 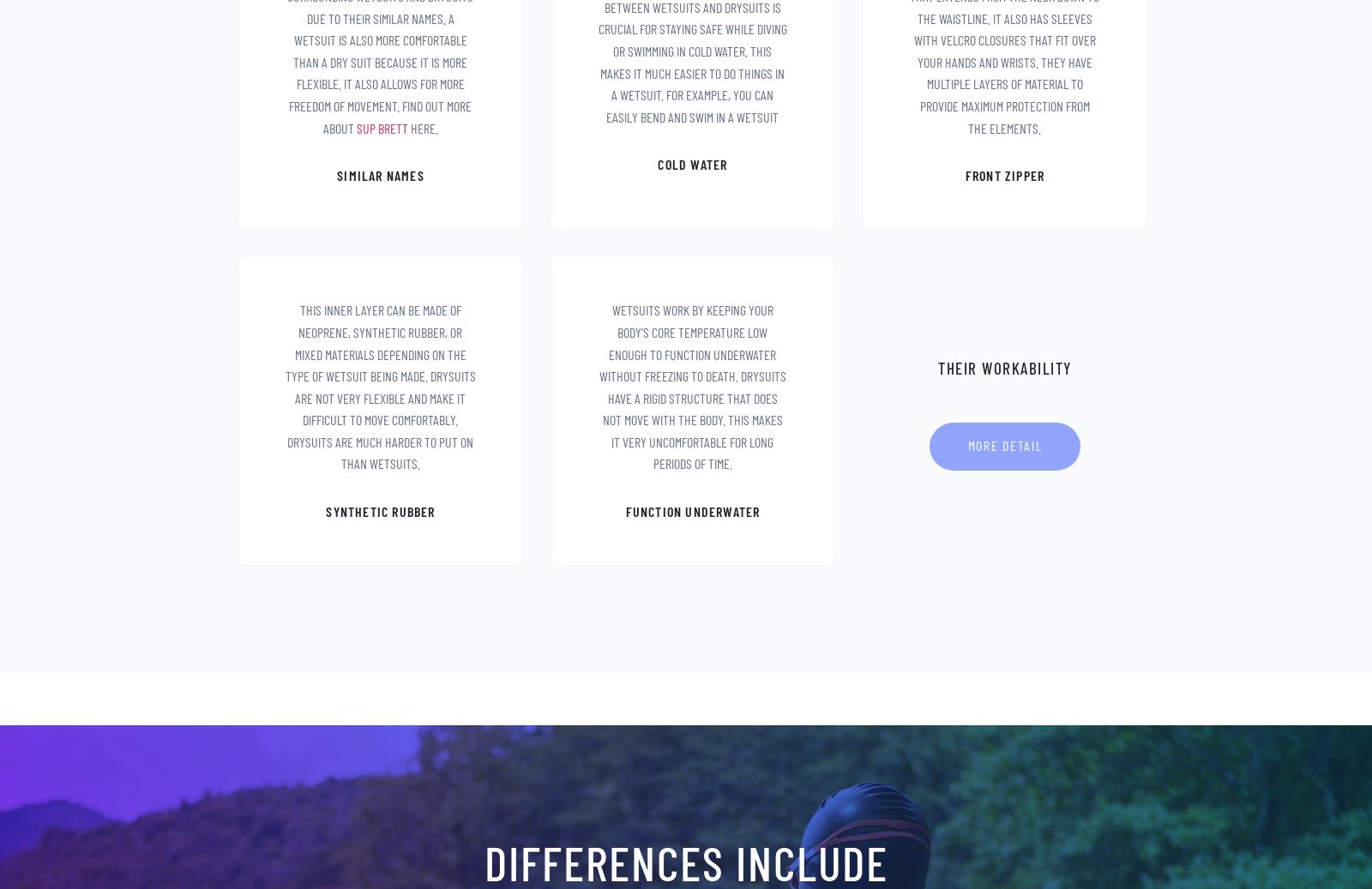 I want to click on 'sup brett', so click(x=355, y=126).